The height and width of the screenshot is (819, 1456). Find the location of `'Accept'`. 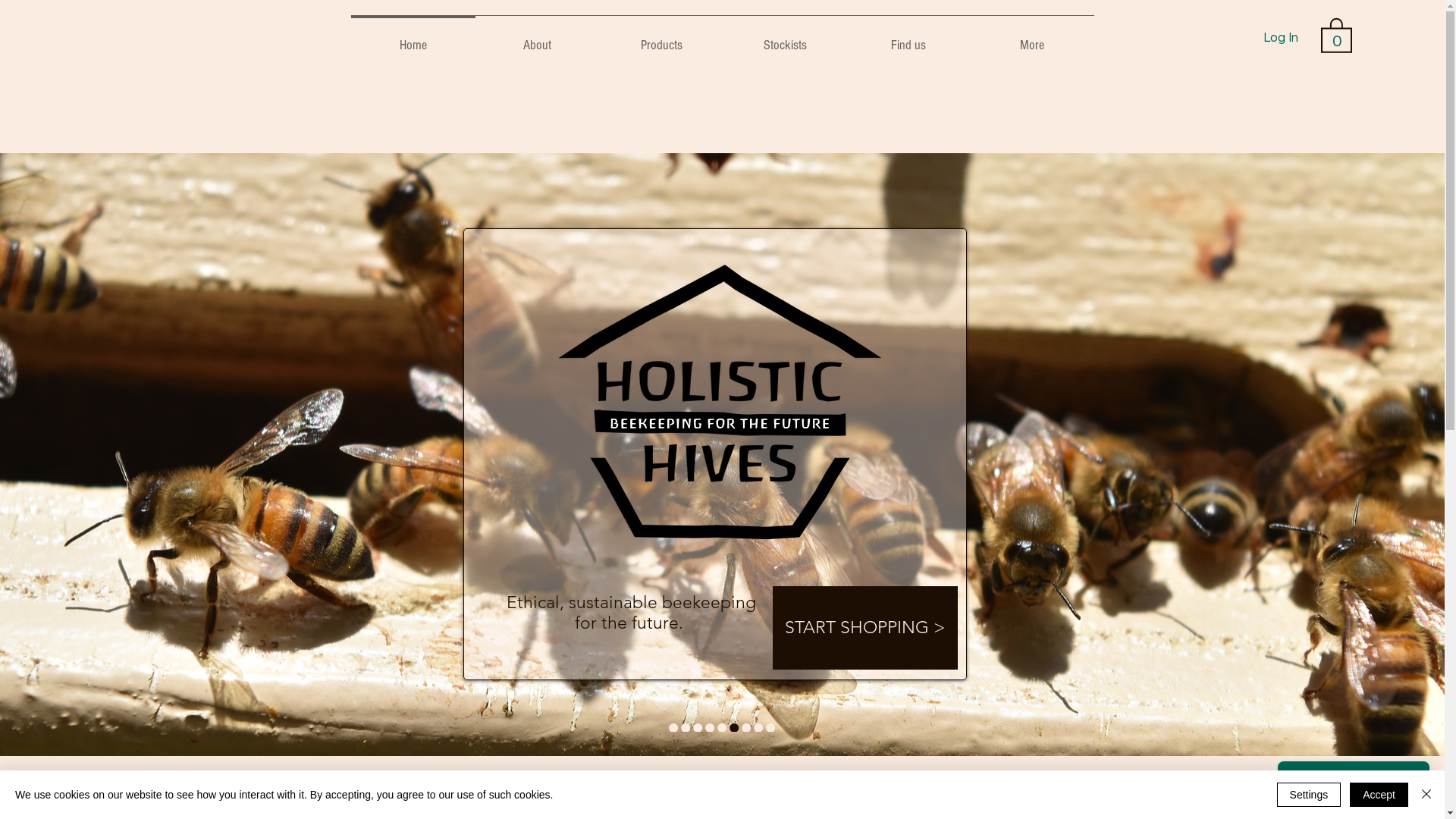

'Accept' is located at coordinates (1379, 794).